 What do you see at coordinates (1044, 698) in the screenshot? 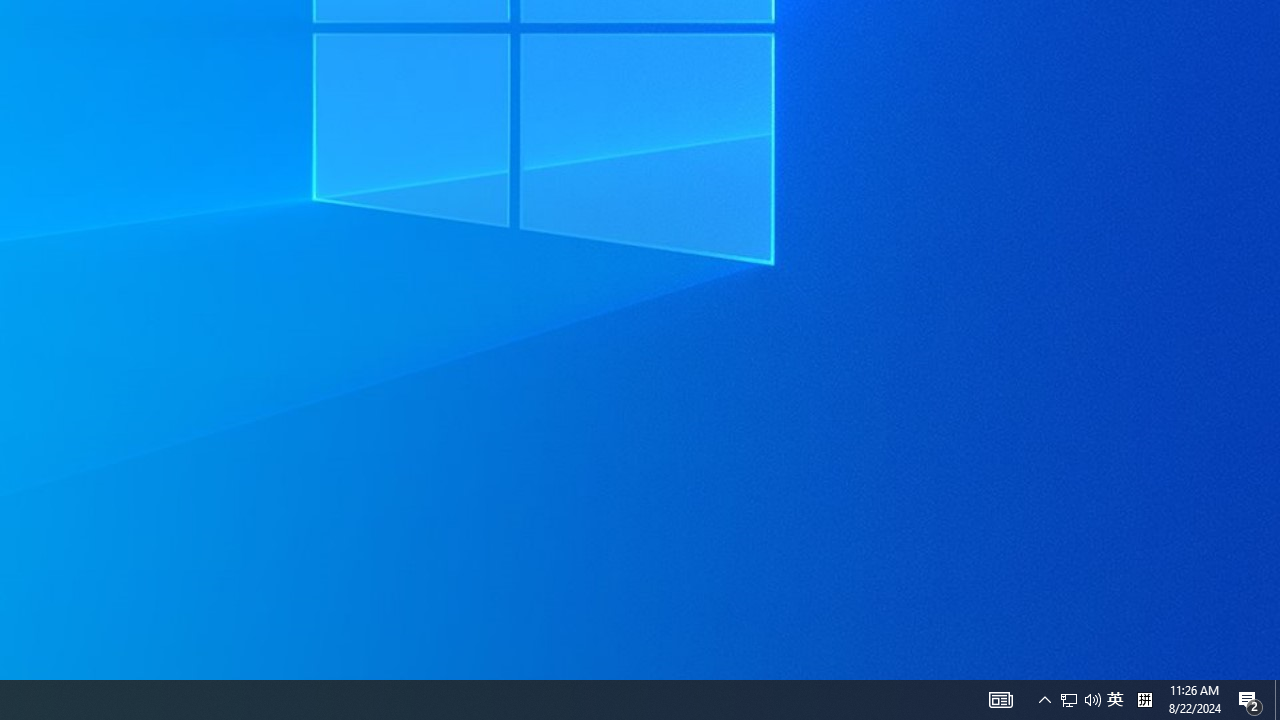
I see `'Notification Chevron'` at bounding box center [1044, 698].